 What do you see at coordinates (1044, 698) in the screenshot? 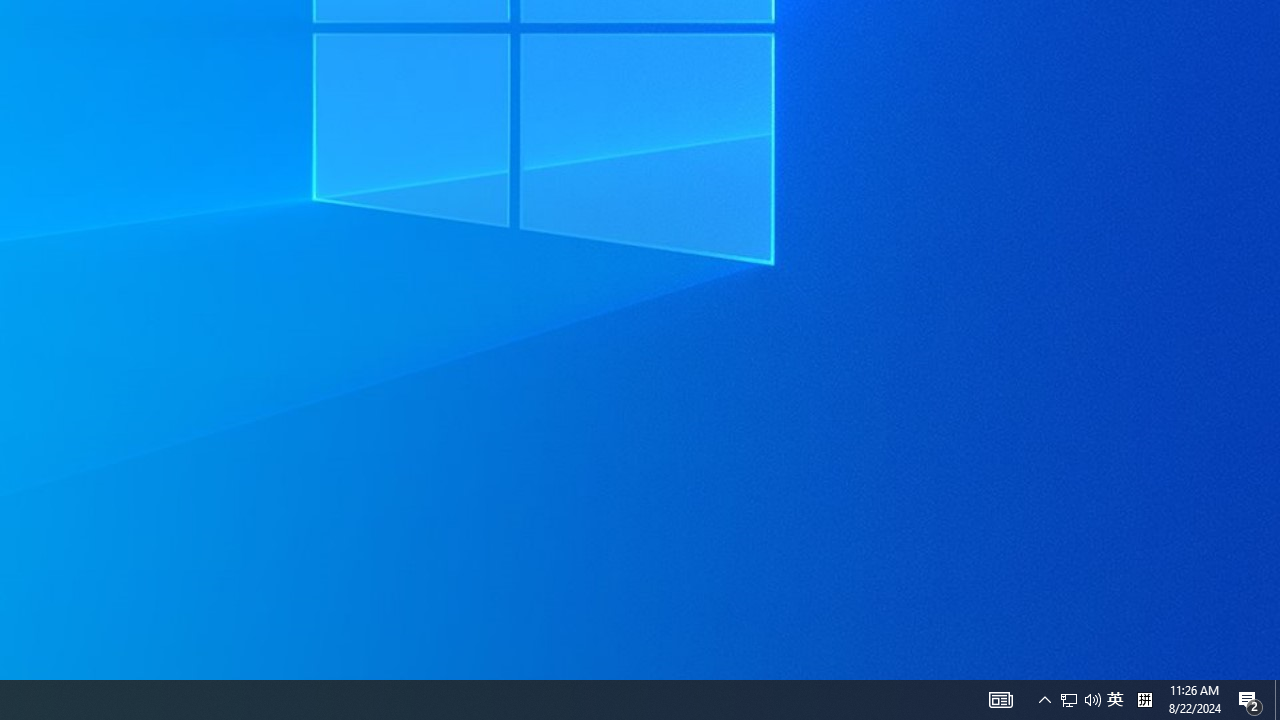
I see `'Notification Chevron'` at bounding box center [1044, 698].